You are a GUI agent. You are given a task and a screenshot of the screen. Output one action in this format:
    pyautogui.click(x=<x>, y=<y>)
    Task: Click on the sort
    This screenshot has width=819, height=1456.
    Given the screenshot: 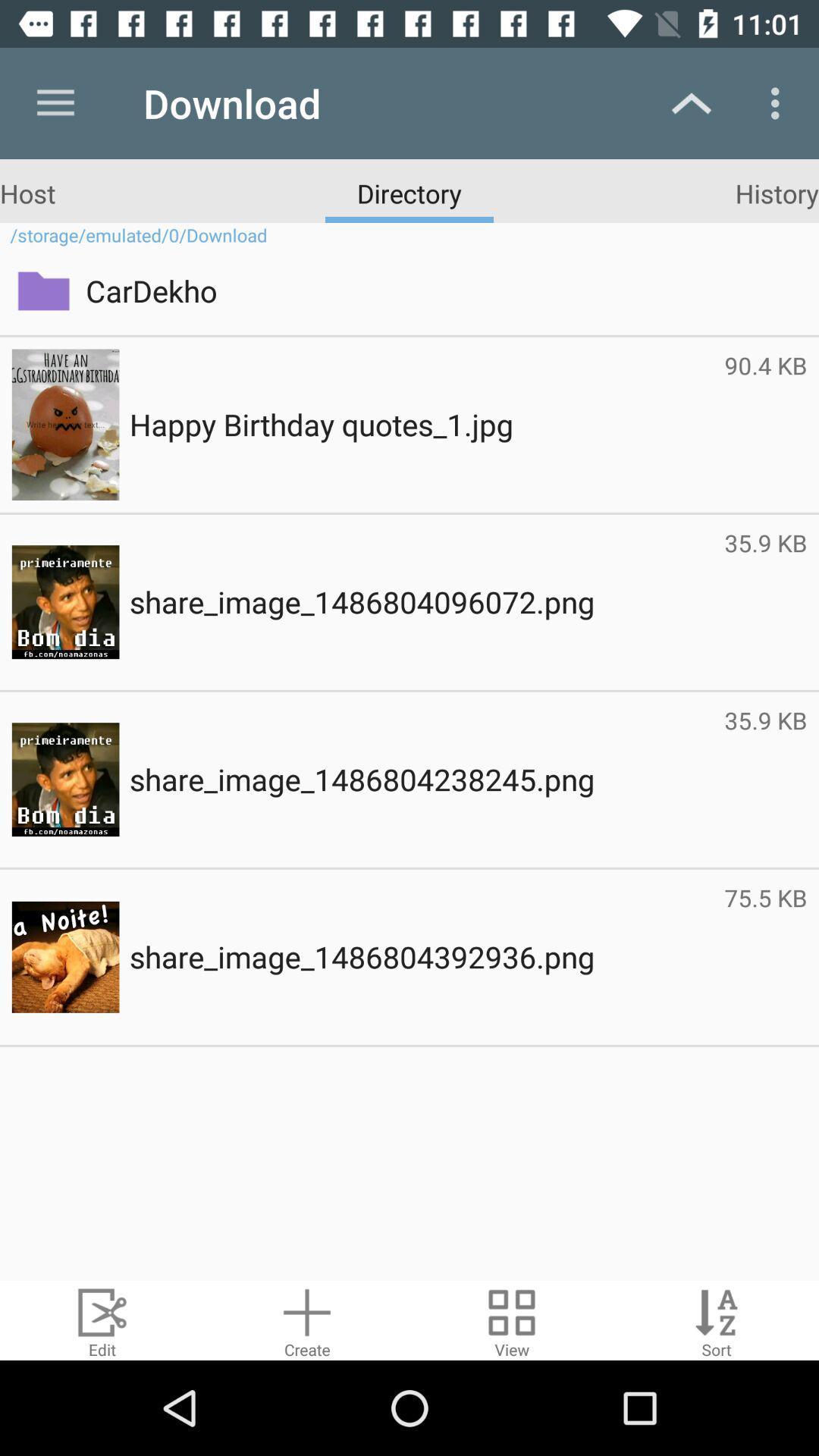 What is the action you would take?
    pyautogui.click(x=717, y=1319)
    